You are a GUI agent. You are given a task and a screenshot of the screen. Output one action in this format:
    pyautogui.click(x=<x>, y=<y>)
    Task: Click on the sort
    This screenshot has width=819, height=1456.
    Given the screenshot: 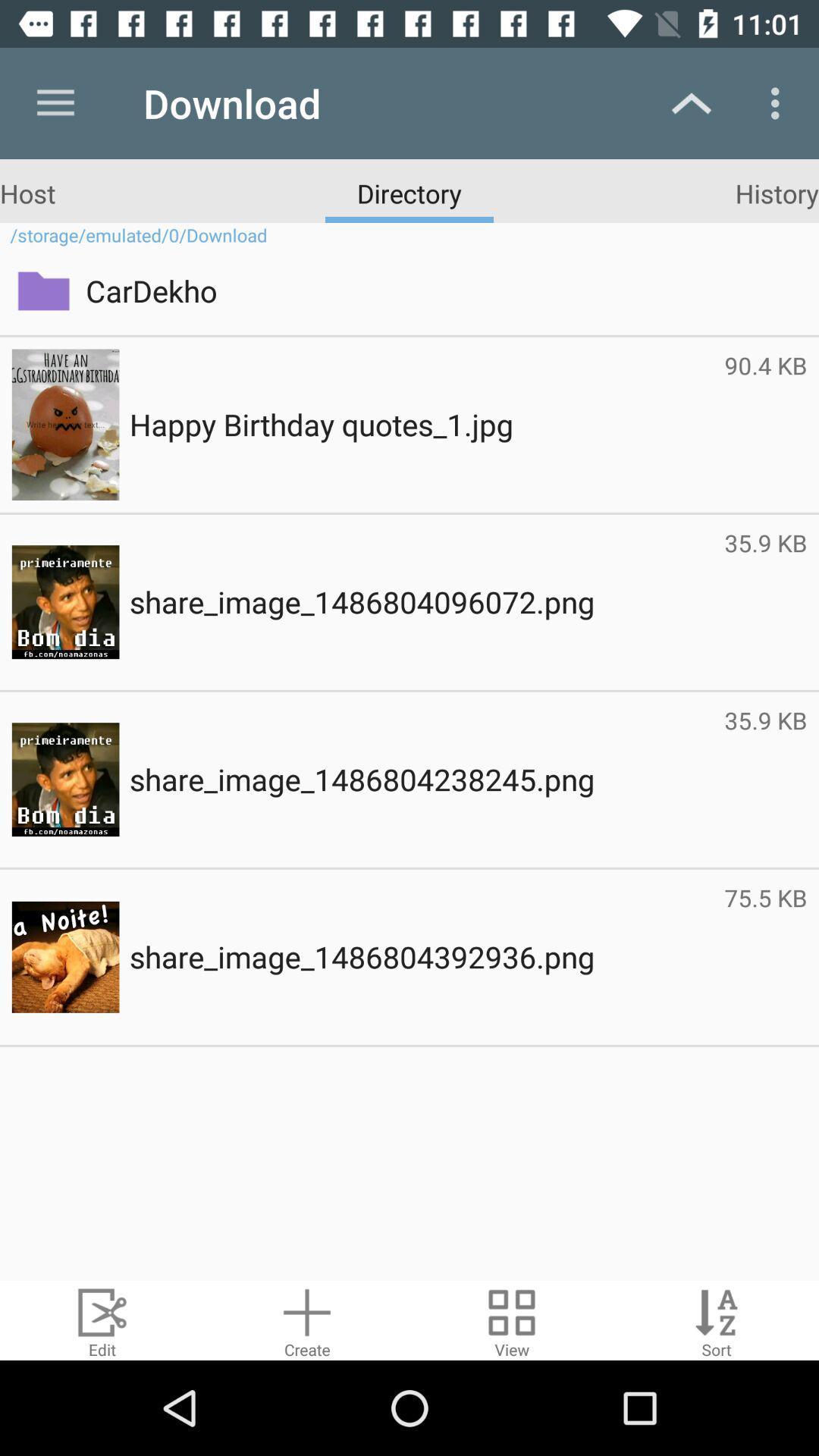 What is the action you would take?
    pyautogui.click(x=717, y=1319)
    